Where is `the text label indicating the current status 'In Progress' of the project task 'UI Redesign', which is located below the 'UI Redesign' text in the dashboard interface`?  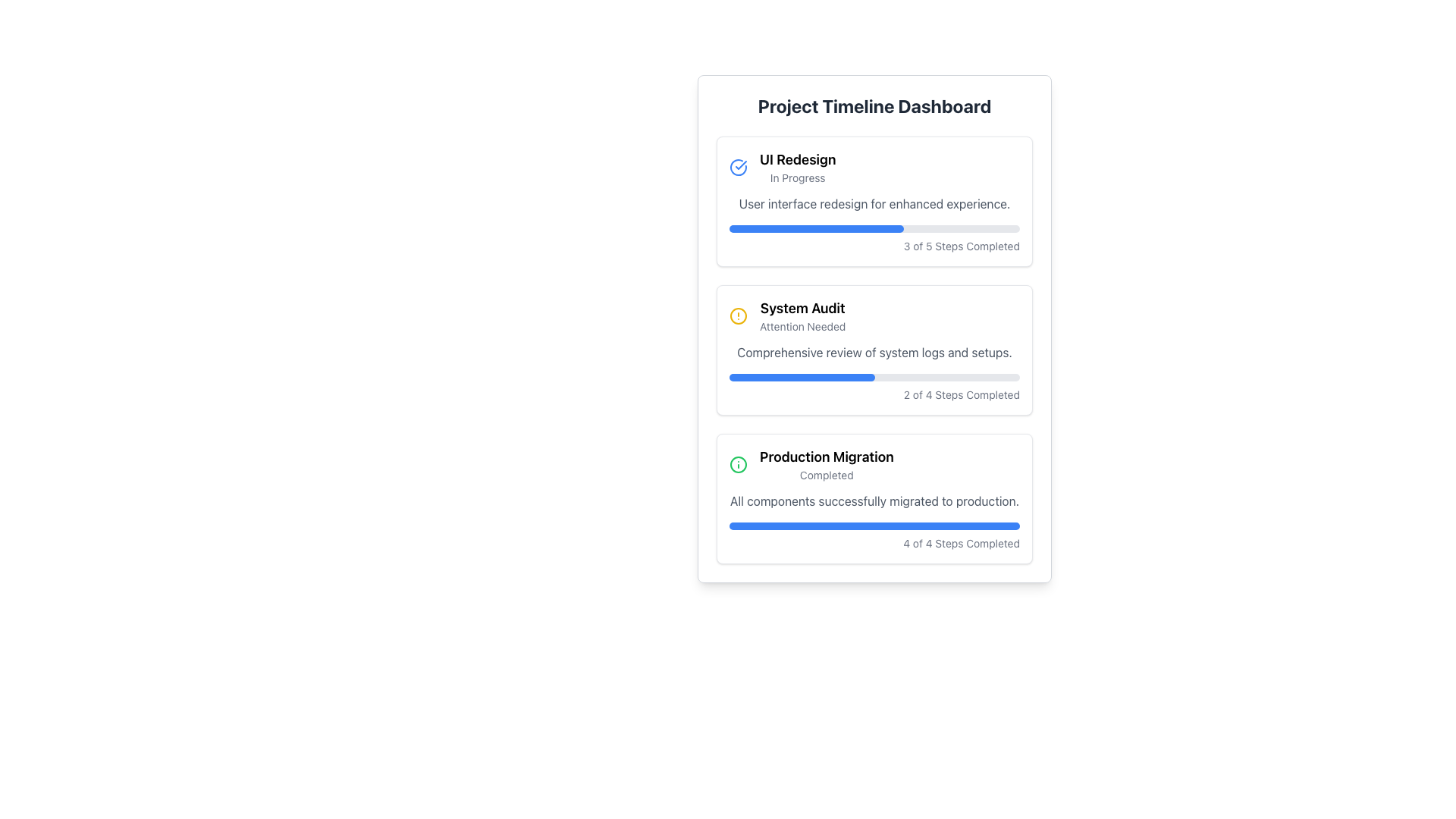 the text label indicating the current status 'In Progress' of the project task 'UI Redesign', which is located below the 'UI Redesign' text in the dashboard interface is located at coordinates (797, 177).